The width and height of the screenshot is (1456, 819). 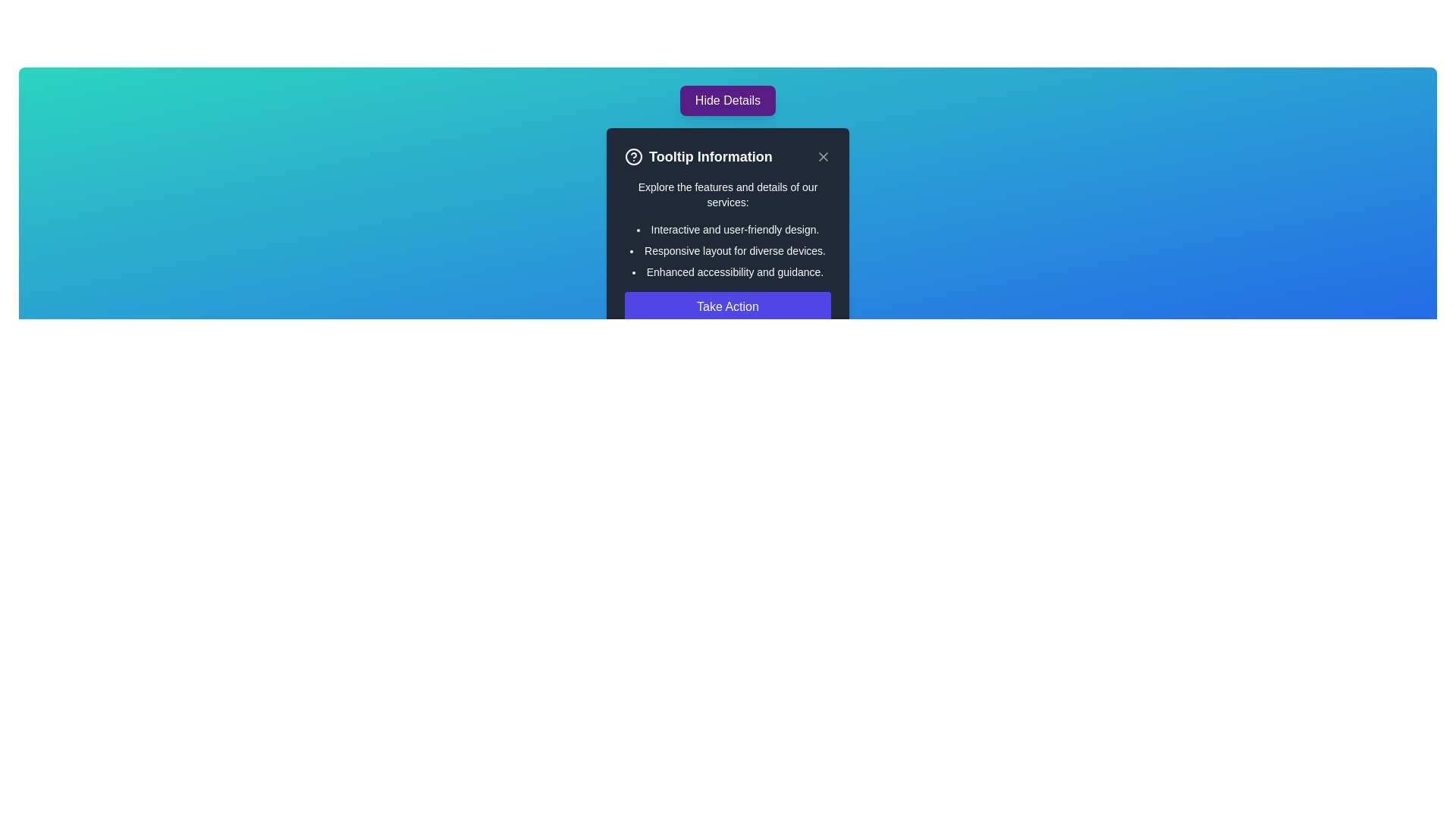 I want to click on the second item in the bulleted list within the tooltip box that provides information about the responsiveness of layouts for diverse devices, located between 'Interactive and user-friendly design.' and 'Enhanced accessibility and guidance.', so click(x=728, y=250).